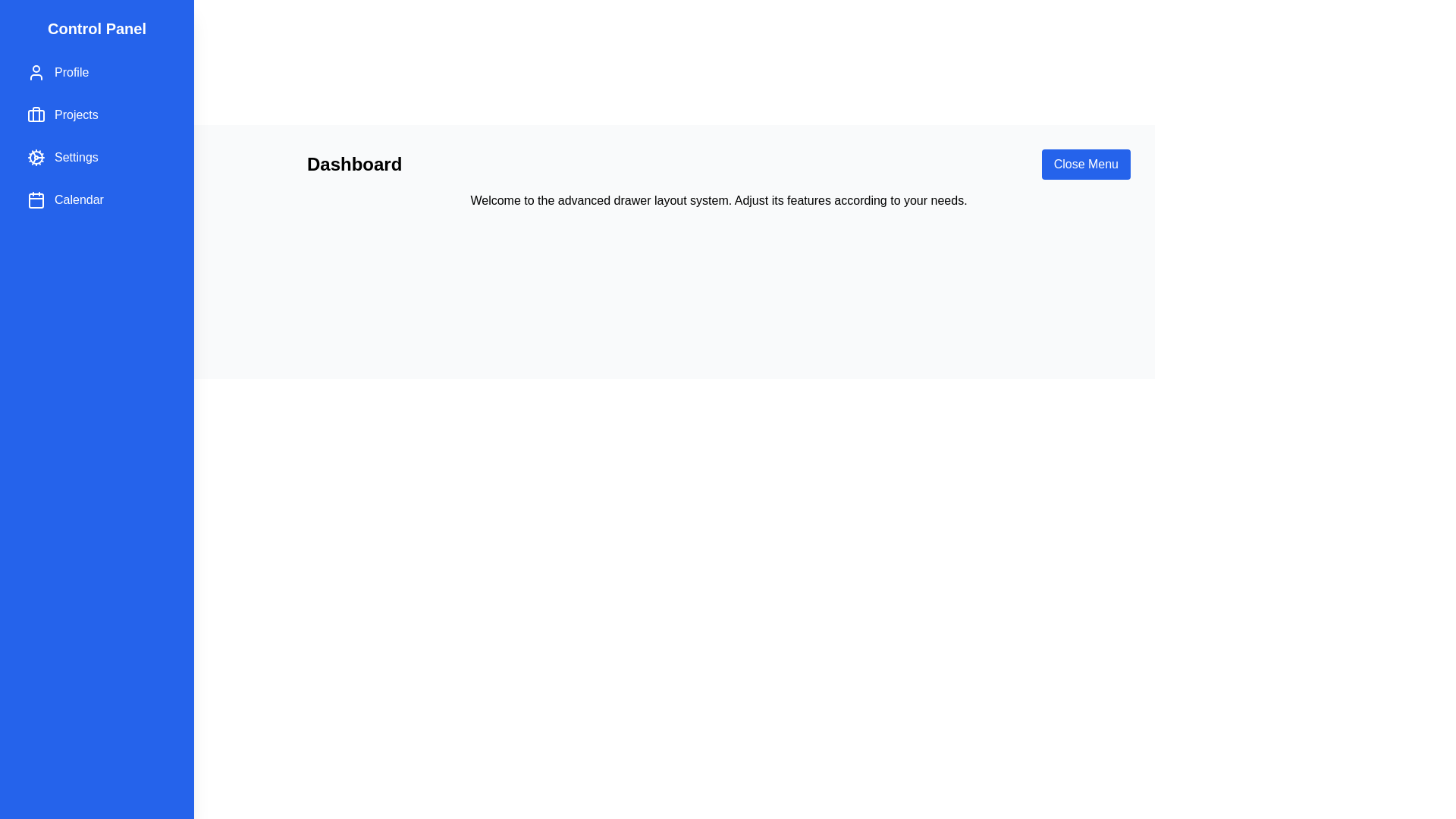 This screenshot has height=819, width=1456. Describe the element at coordinates (75, 114) in the screenshot. I see `the 'Projects' text label in the vertical navigation menu, located next to a briefcase icon` at that location.